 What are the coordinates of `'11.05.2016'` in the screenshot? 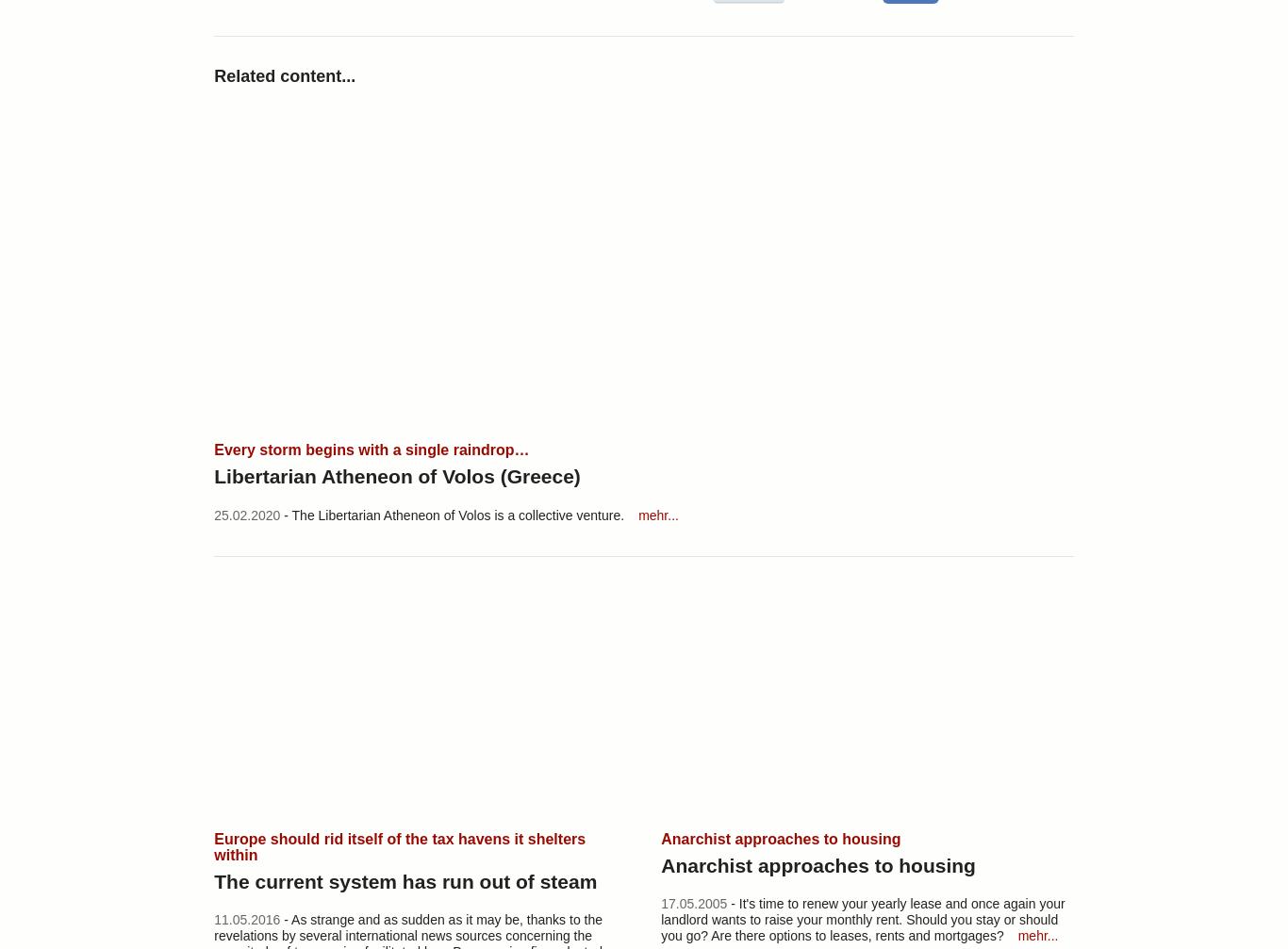 It's located at (246, 918).